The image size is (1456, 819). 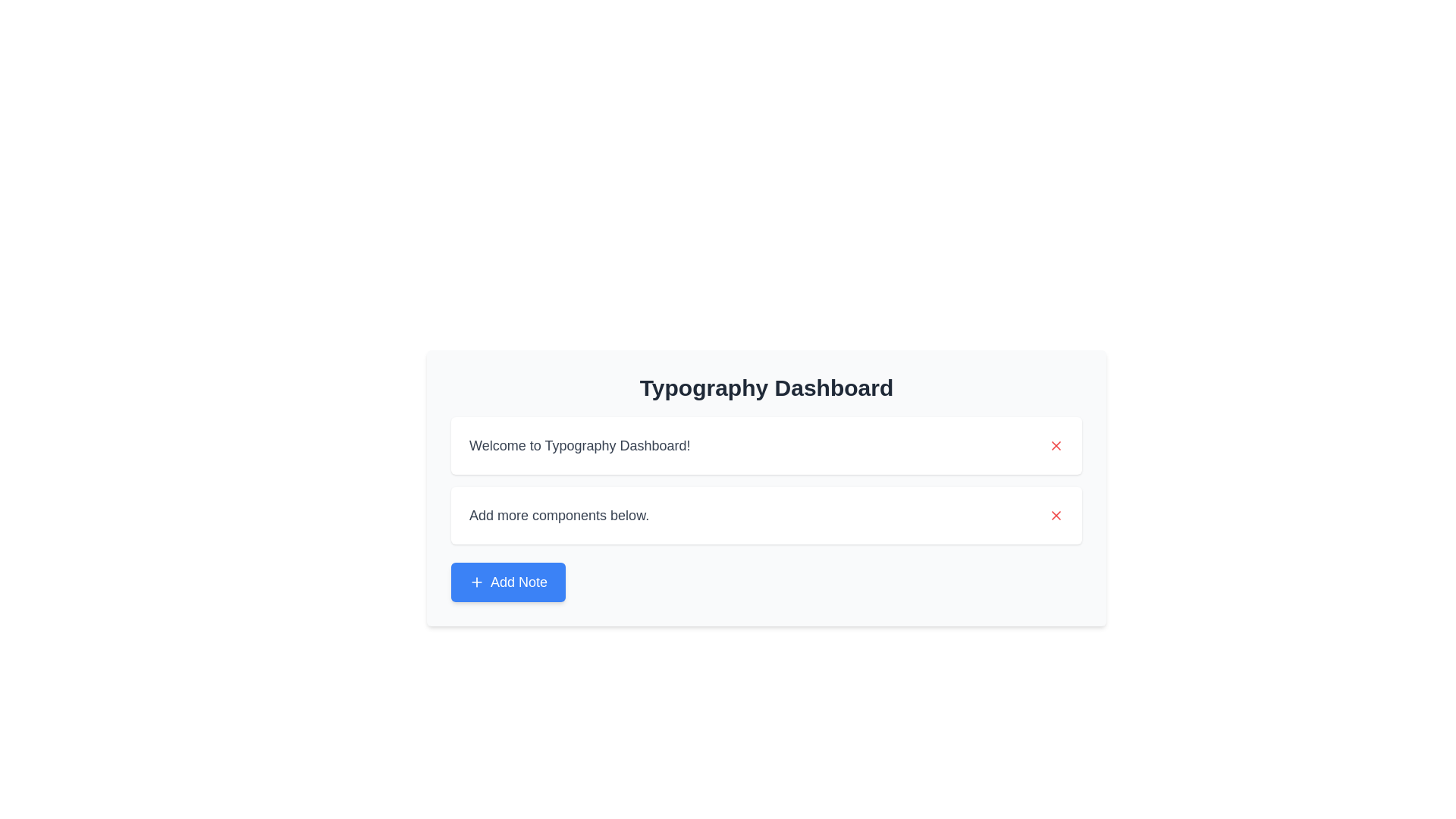 What do you see at coordinates (1055, 444) in the screenshot?
I see `the small cross icon styled as part of a vector graphic at the top-right side of the text input box containing 'Welcome to Typography Dashboard!'` at bounding box center [1055, 444].